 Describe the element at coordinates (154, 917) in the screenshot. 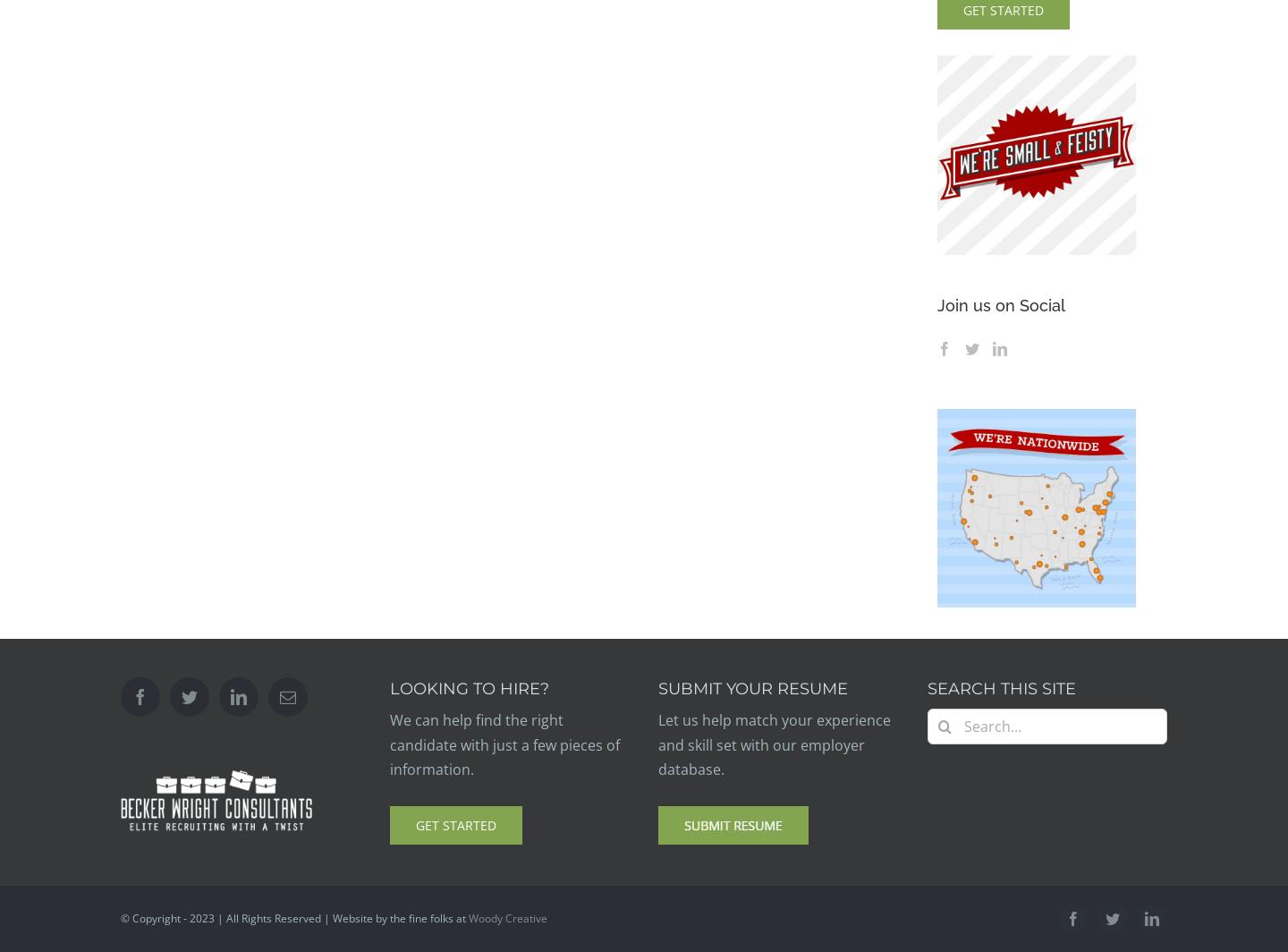

I see `'© Copyright -'` at that location.